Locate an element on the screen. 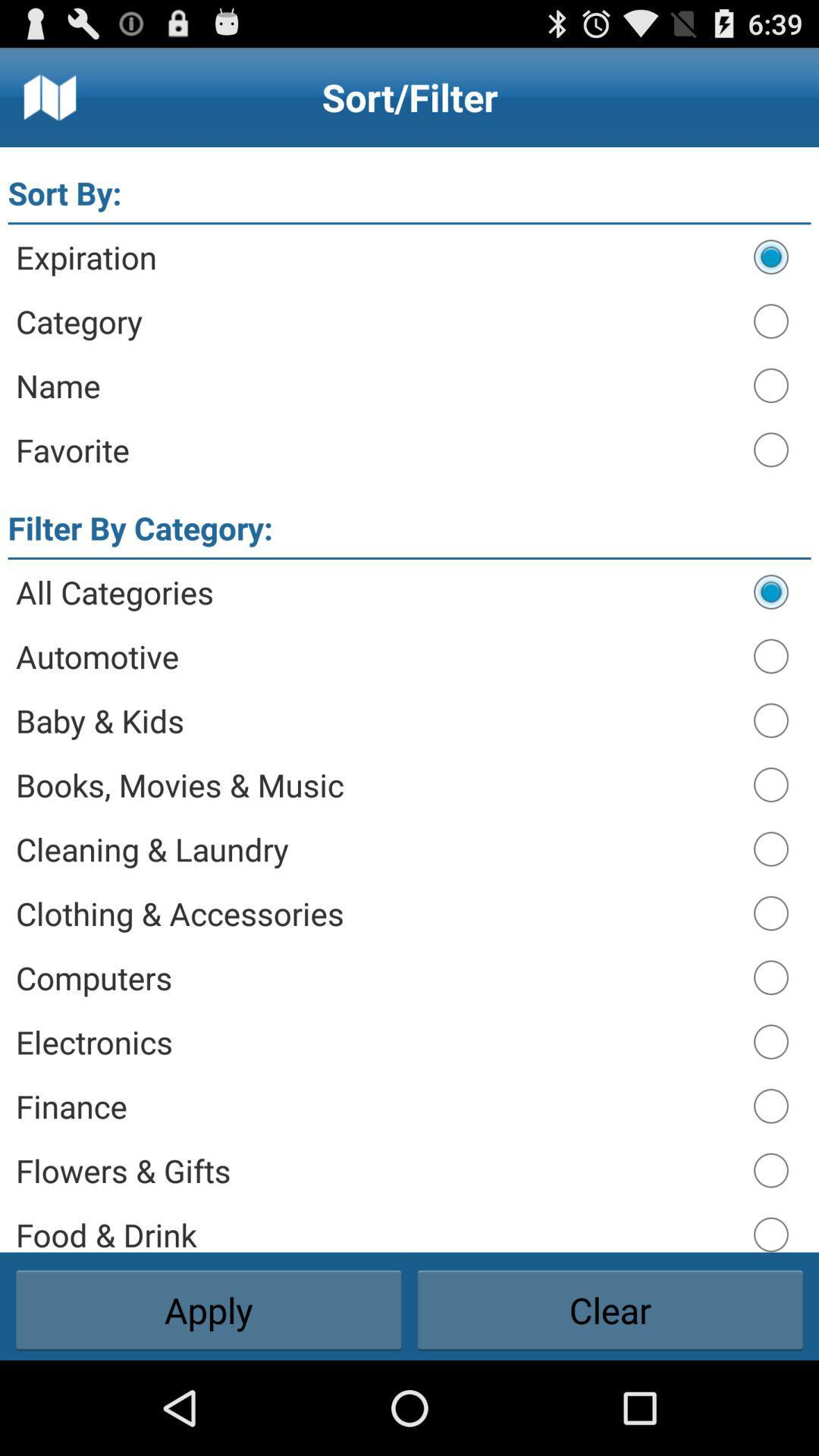  icon above sort by: is located at coordinates (49, 96).